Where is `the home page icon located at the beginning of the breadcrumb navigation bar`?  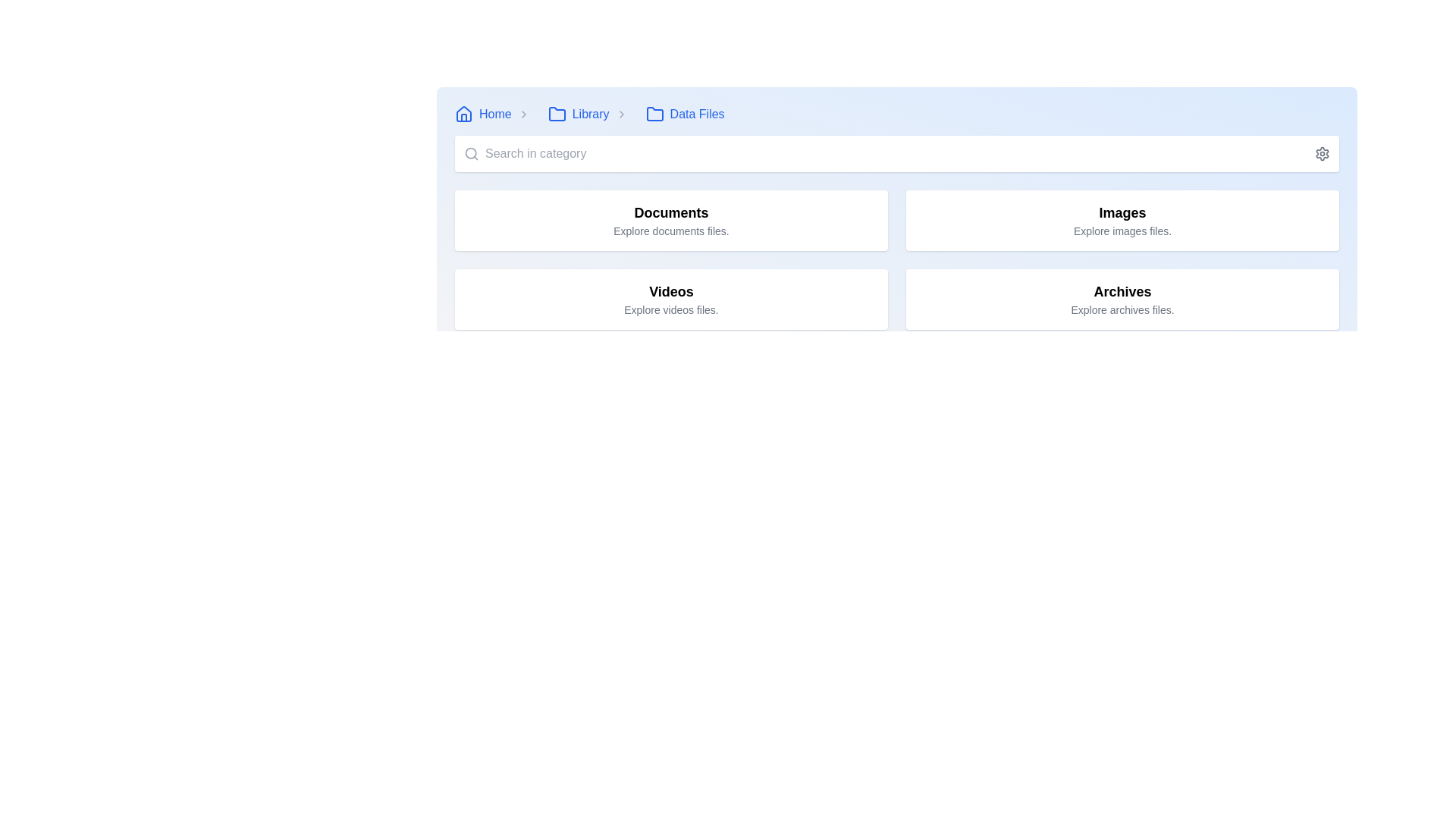
the home page icon located at the beginning of the breadcrumb navigation bar is located at coordinates (463, 113).